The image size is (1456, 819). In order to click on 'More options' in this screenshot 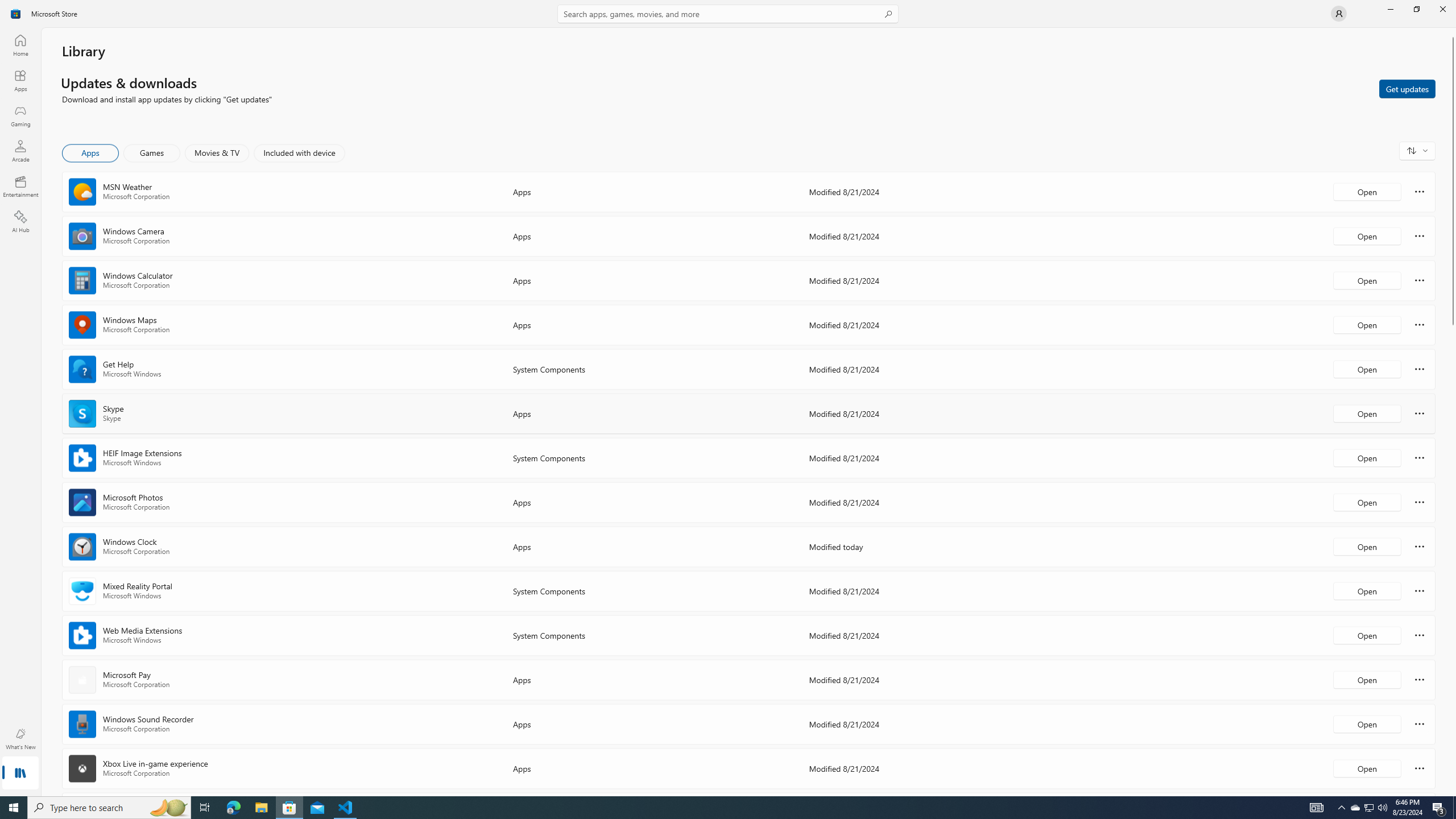, I will do `click(1419, 767)`.